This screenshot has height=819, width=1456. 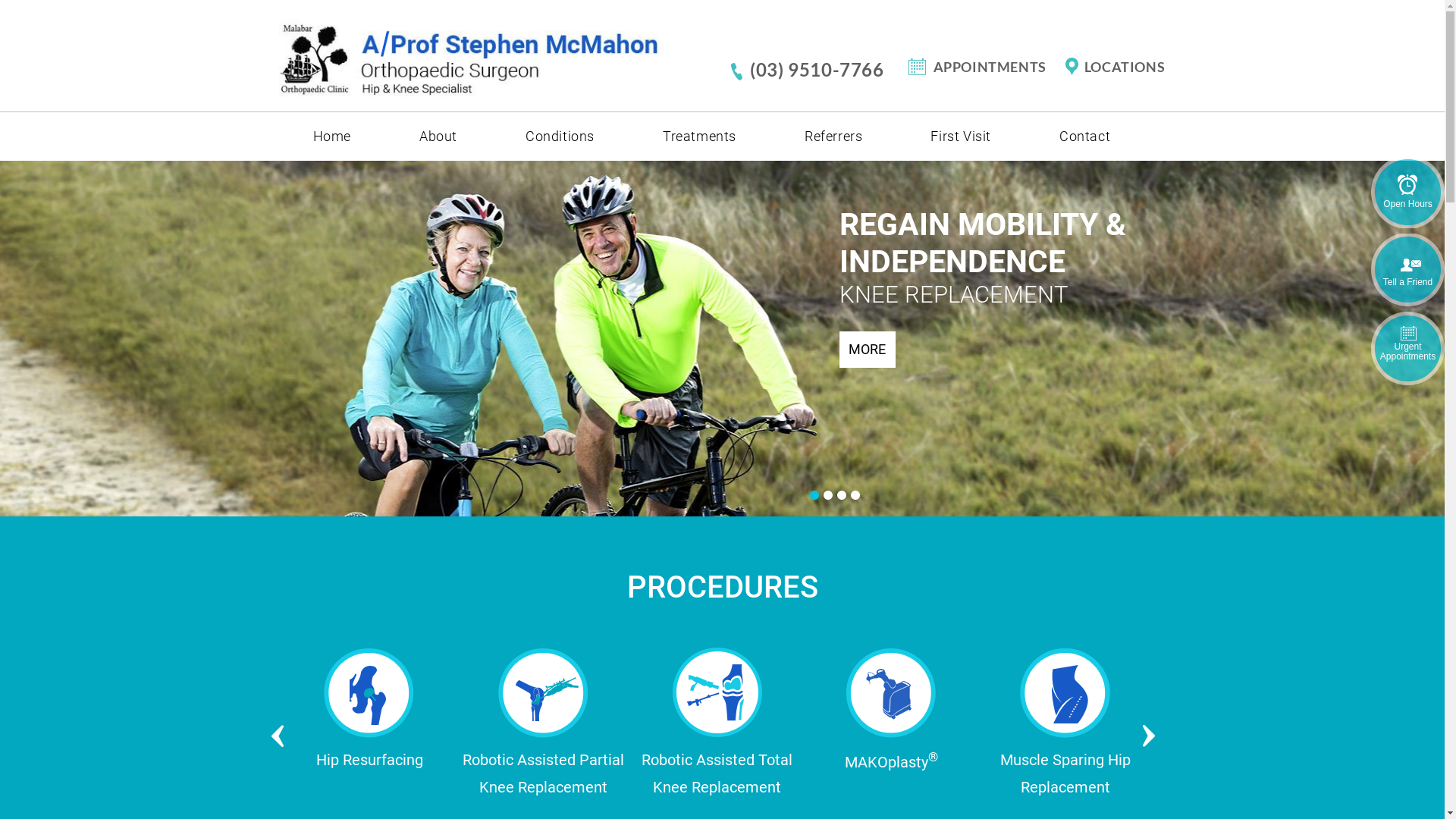 I want to click on 'APPOINTMENTS', so click(x=984, y=66).